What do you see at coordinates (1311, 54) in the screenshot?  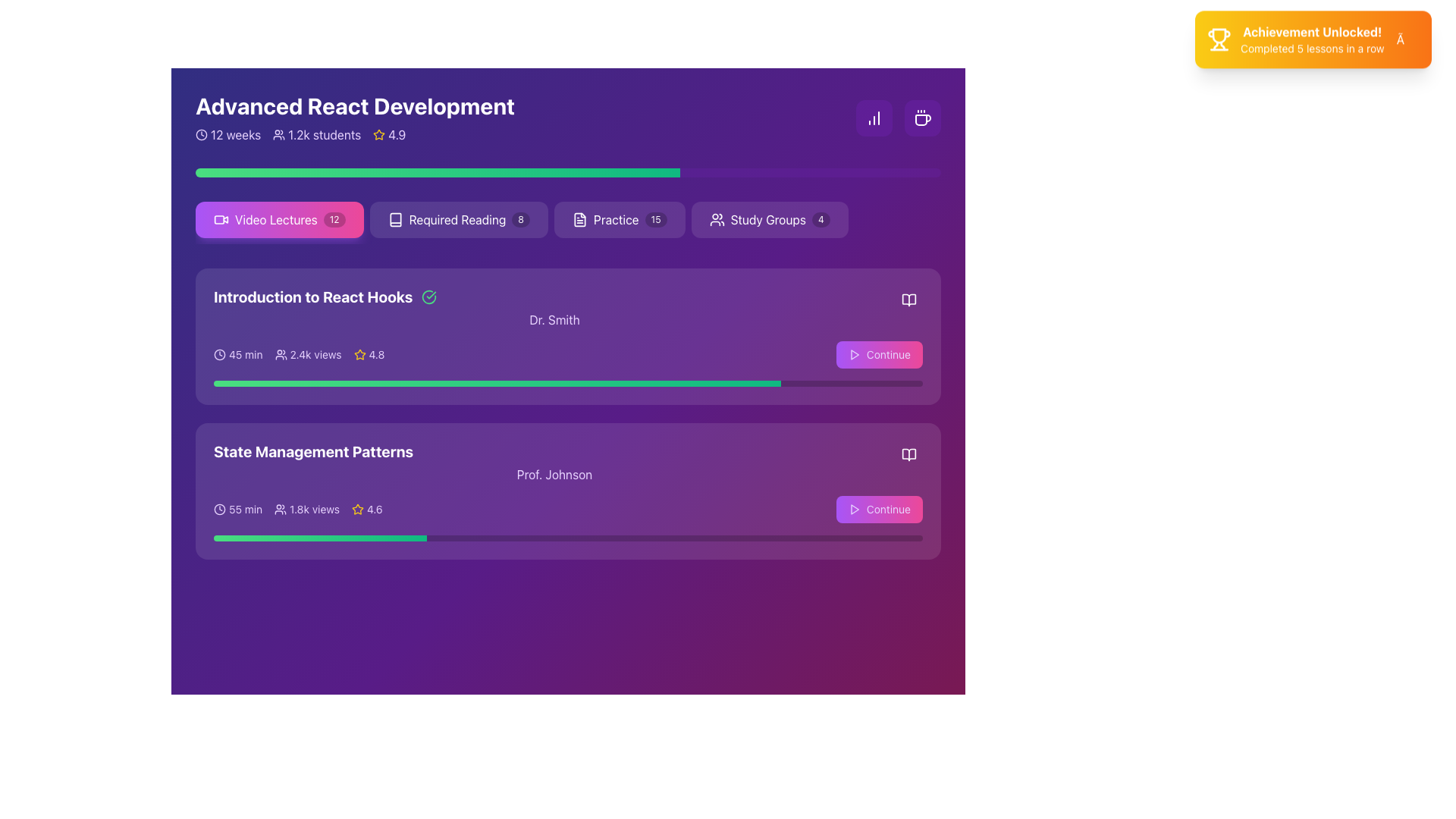 I see `the text label that reads 'Completed 5 lessons in a row', which is styled in a smaller font and located directly below the 'Achievement Unlocked!' header in the highlighted notification box` at bounding box center [1311, 54].